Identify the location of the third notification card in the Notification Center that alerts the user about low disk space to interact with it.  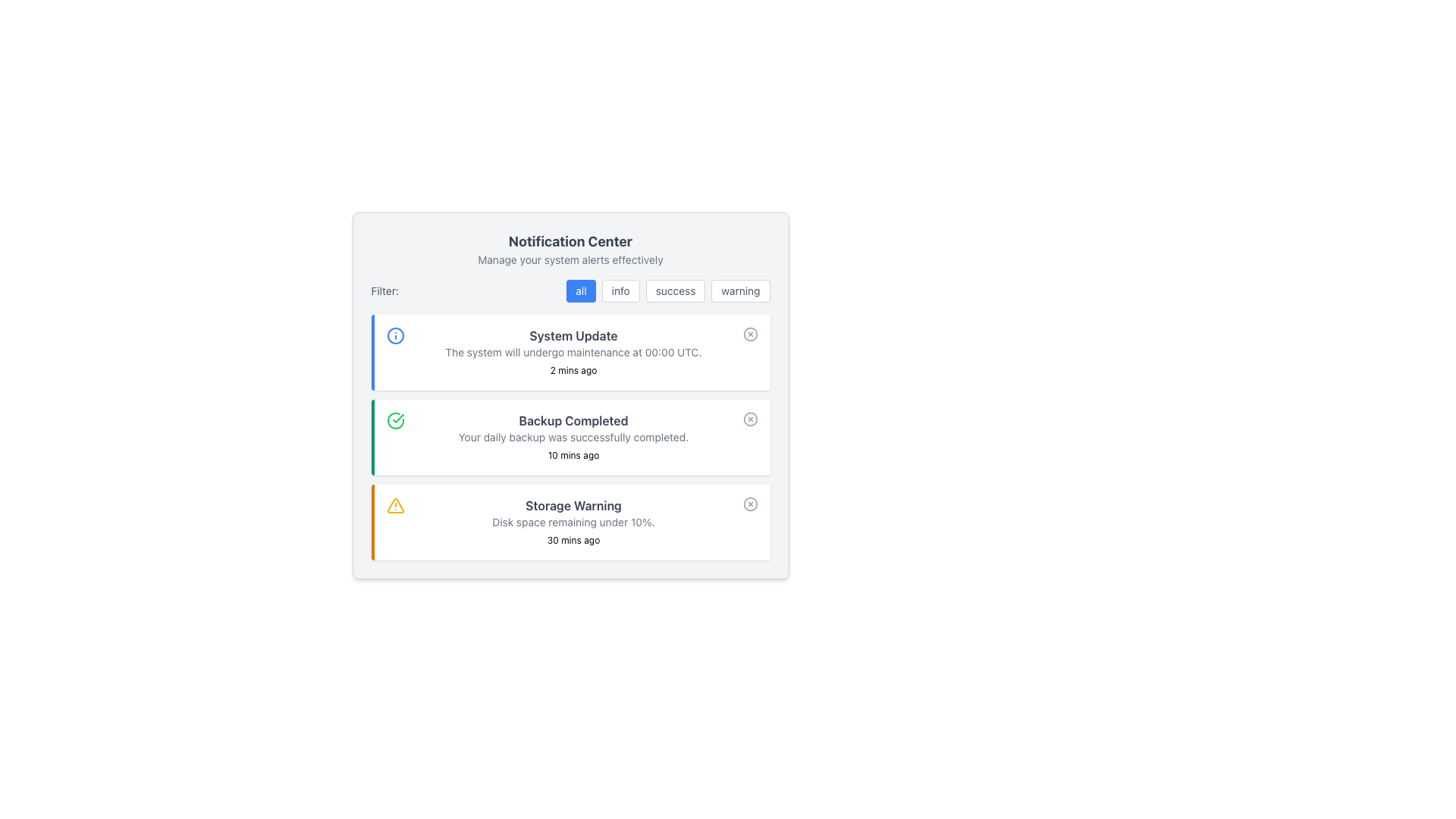
(573, 522).